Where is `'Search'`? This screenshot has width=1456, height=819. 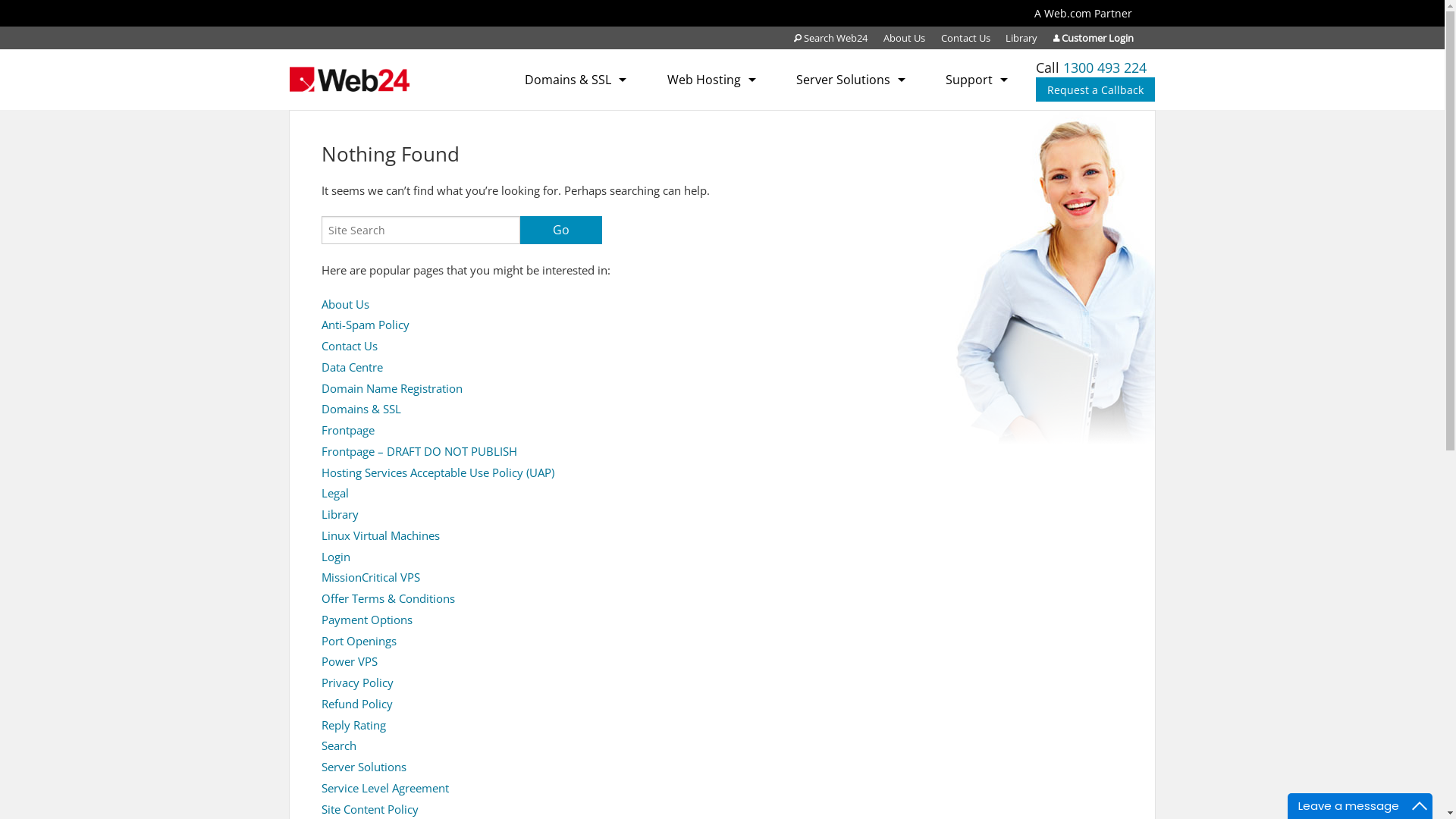
'Search' is located at coordinates (320, 745).